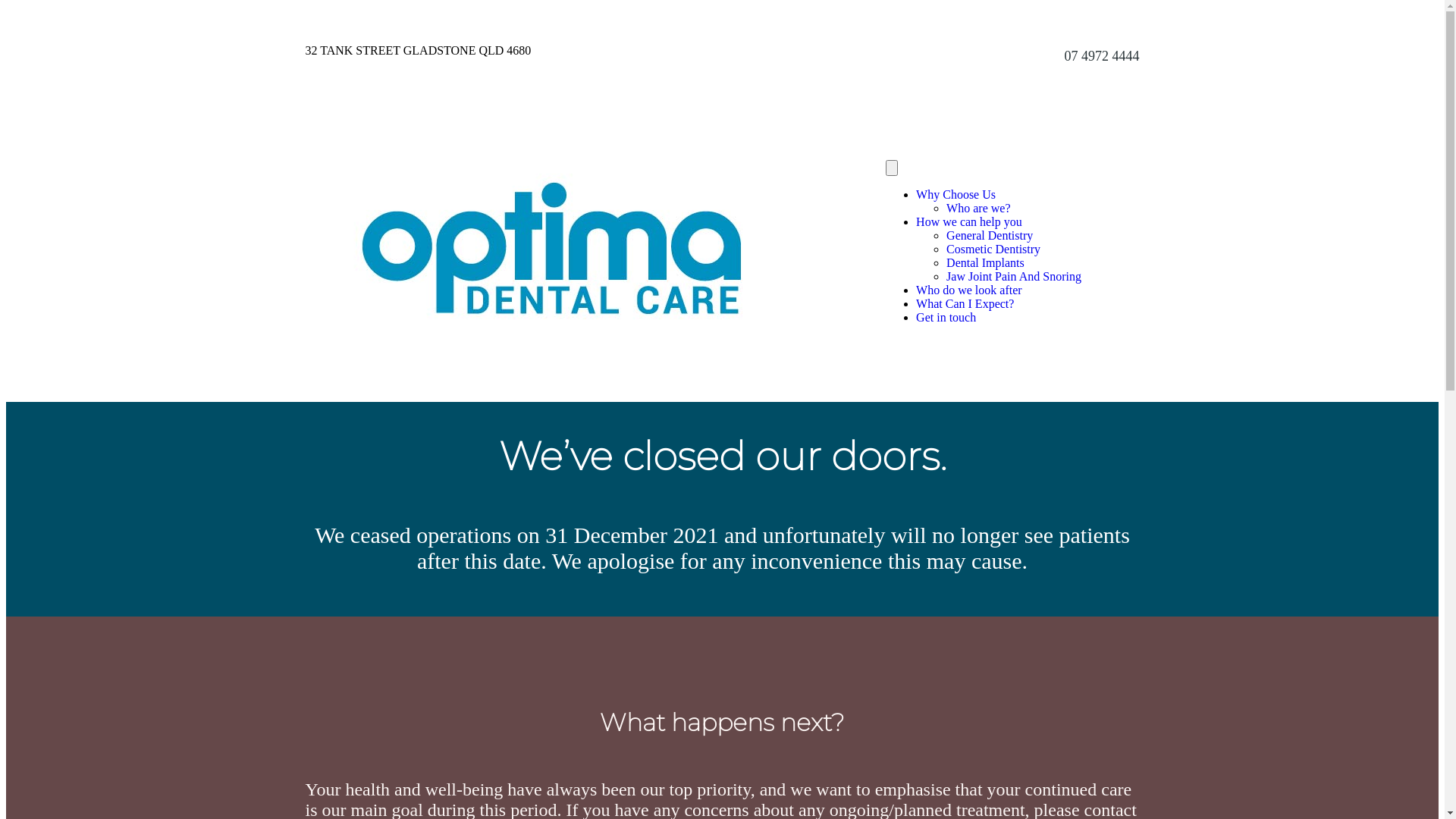  Describe the element at coordinates (1014, 276) in the screenshot. I see `'Jaw Joint Pain And Snoring'` at that location.